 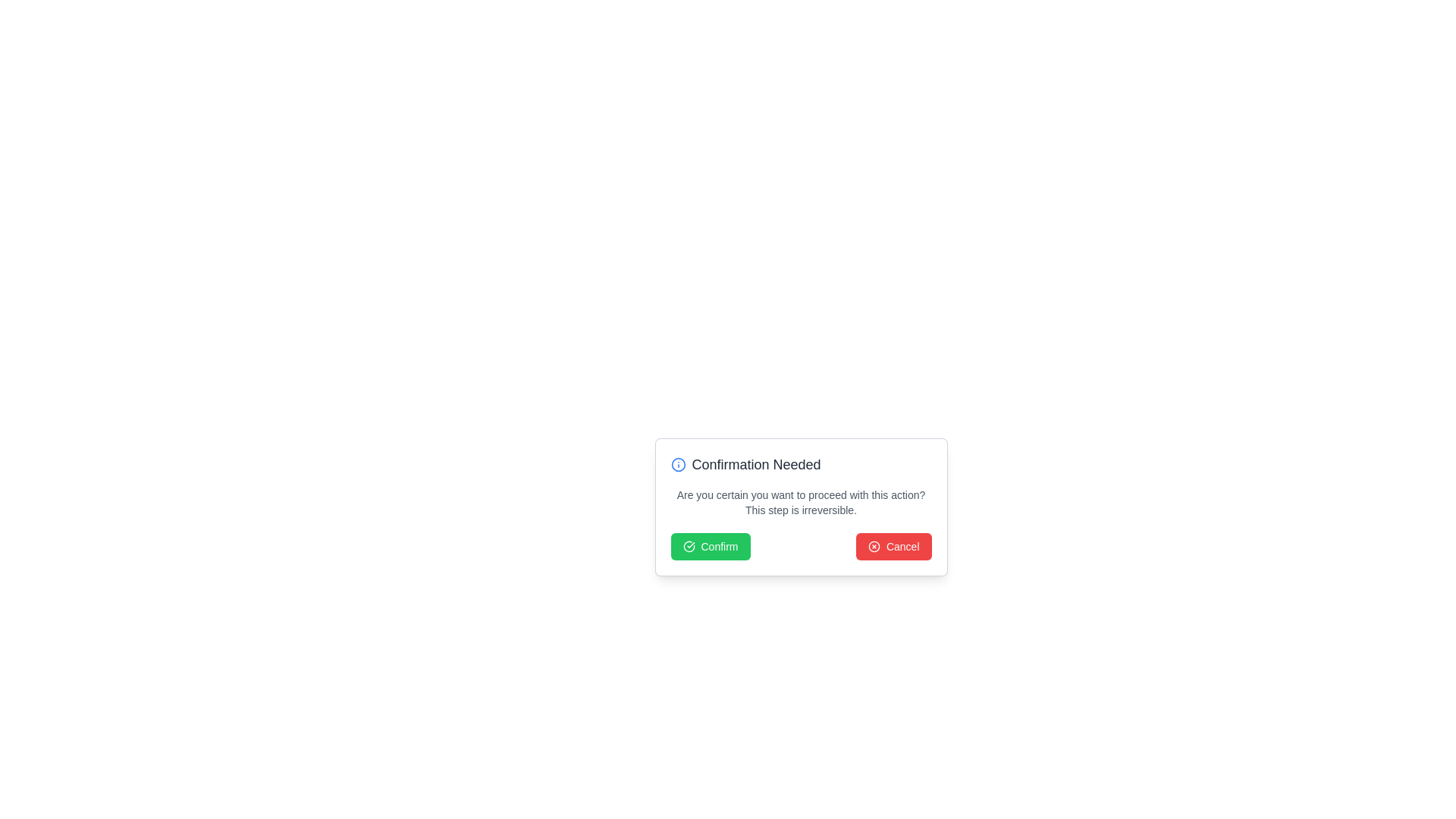 What do you see at coordinates (677, 464) in the screenshot?
I see `the informational or warning icon located on the left side of the modal dialog's header, adjacent to the text 'Confirmation Needed'` at bounding box center [677, 464].